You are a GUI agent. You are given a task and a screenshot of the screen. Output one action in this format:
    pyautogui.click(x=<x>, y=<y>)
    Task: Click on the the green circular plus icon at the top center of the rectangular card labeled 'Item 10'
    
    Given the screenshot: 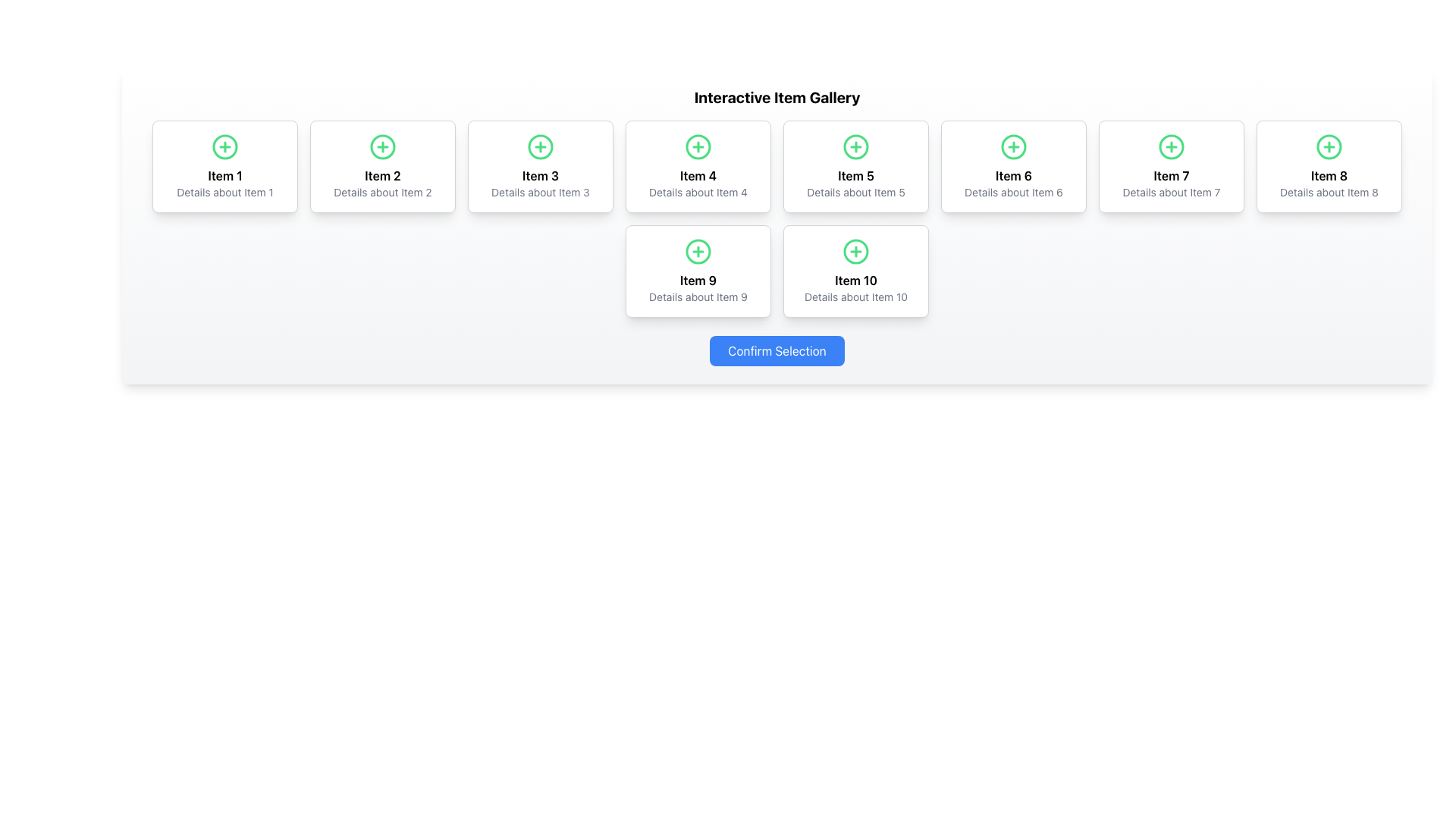 What is the action you would take?
    pyautogui.click(x=855, y=271)
    